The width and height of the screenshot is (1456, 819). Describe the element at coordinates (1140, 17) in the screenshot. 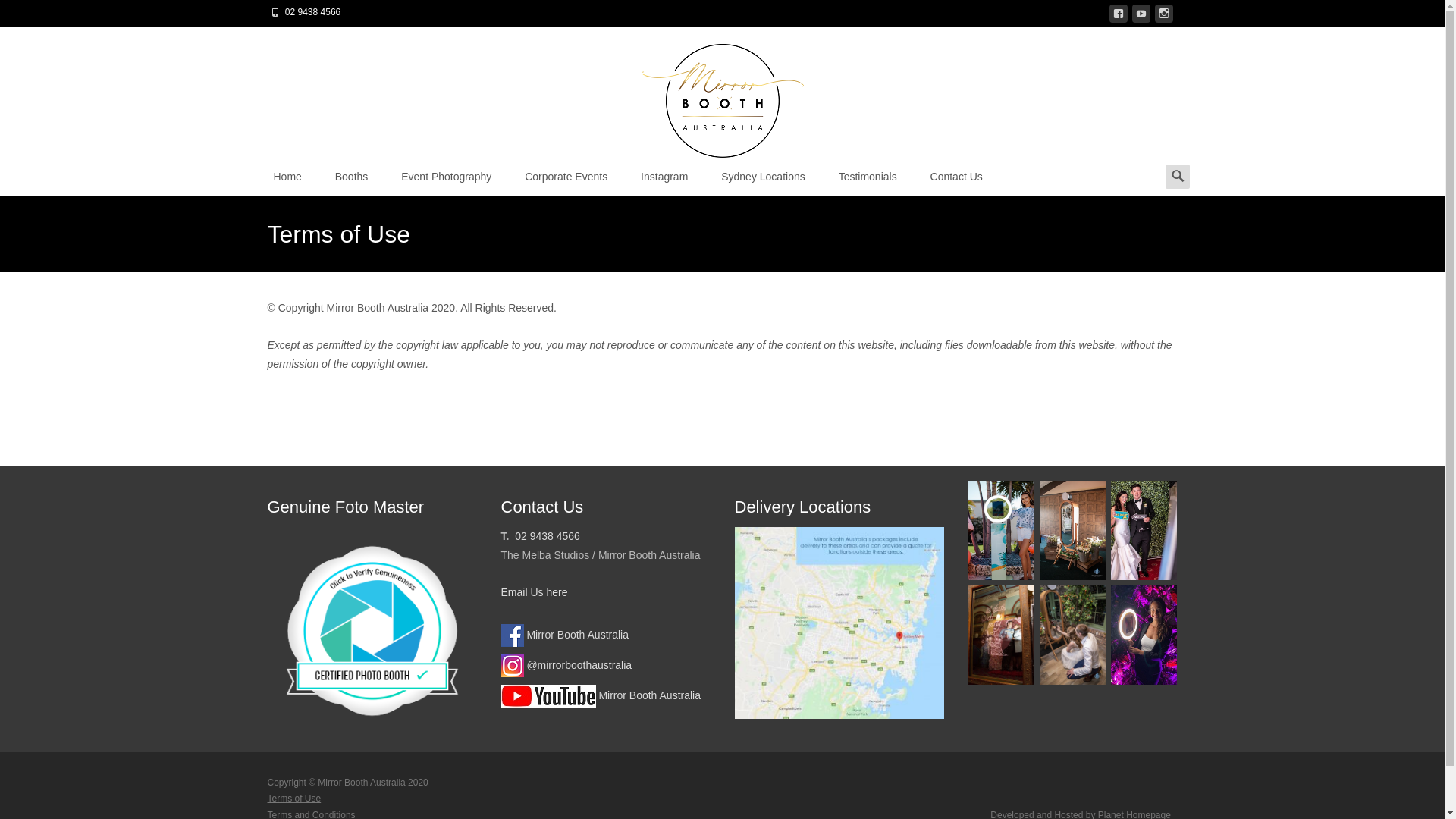

I see `'youtube'` at that location.